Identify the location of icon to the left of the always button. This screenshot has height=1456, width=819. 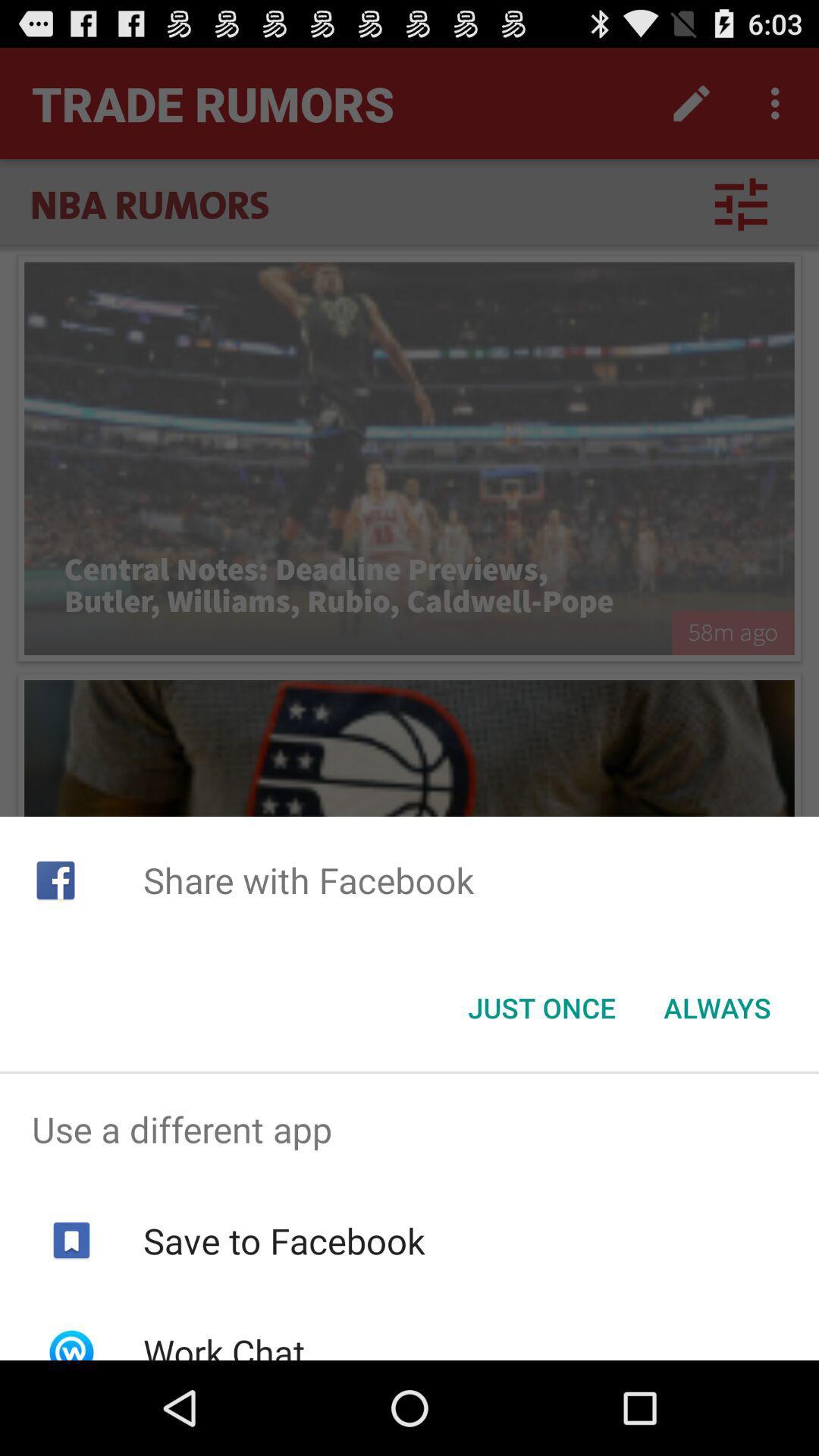
(541, 1008).